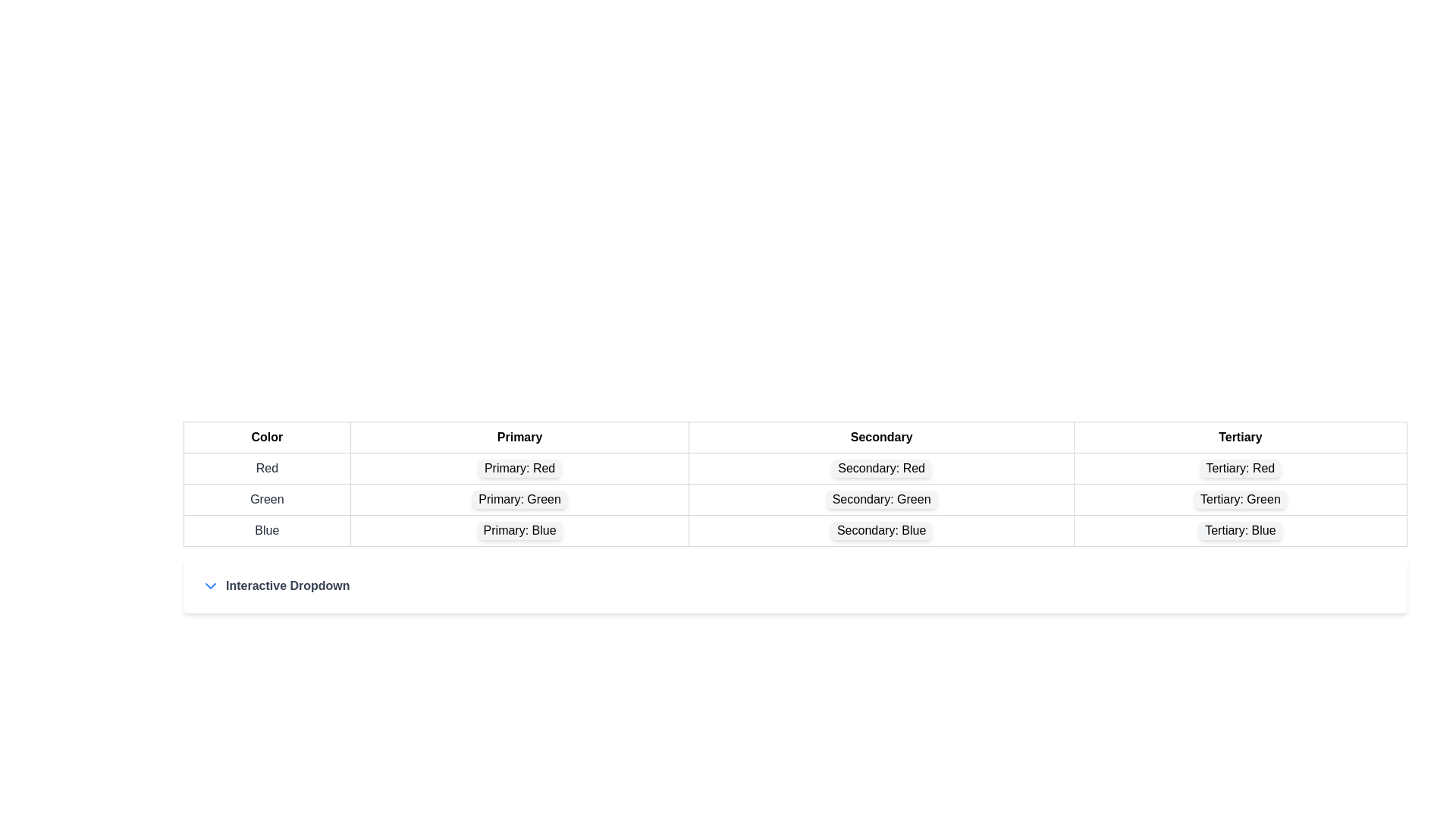 The height and width of the screenshot is (819, 1456). What do you see at coordinates (519, 529) in the screenshot?
I see `the text label with the gray background that reads 'Primary: Blue', which is located in the third row of the table under the 'Primary' column` at bounding box center [519, 529].